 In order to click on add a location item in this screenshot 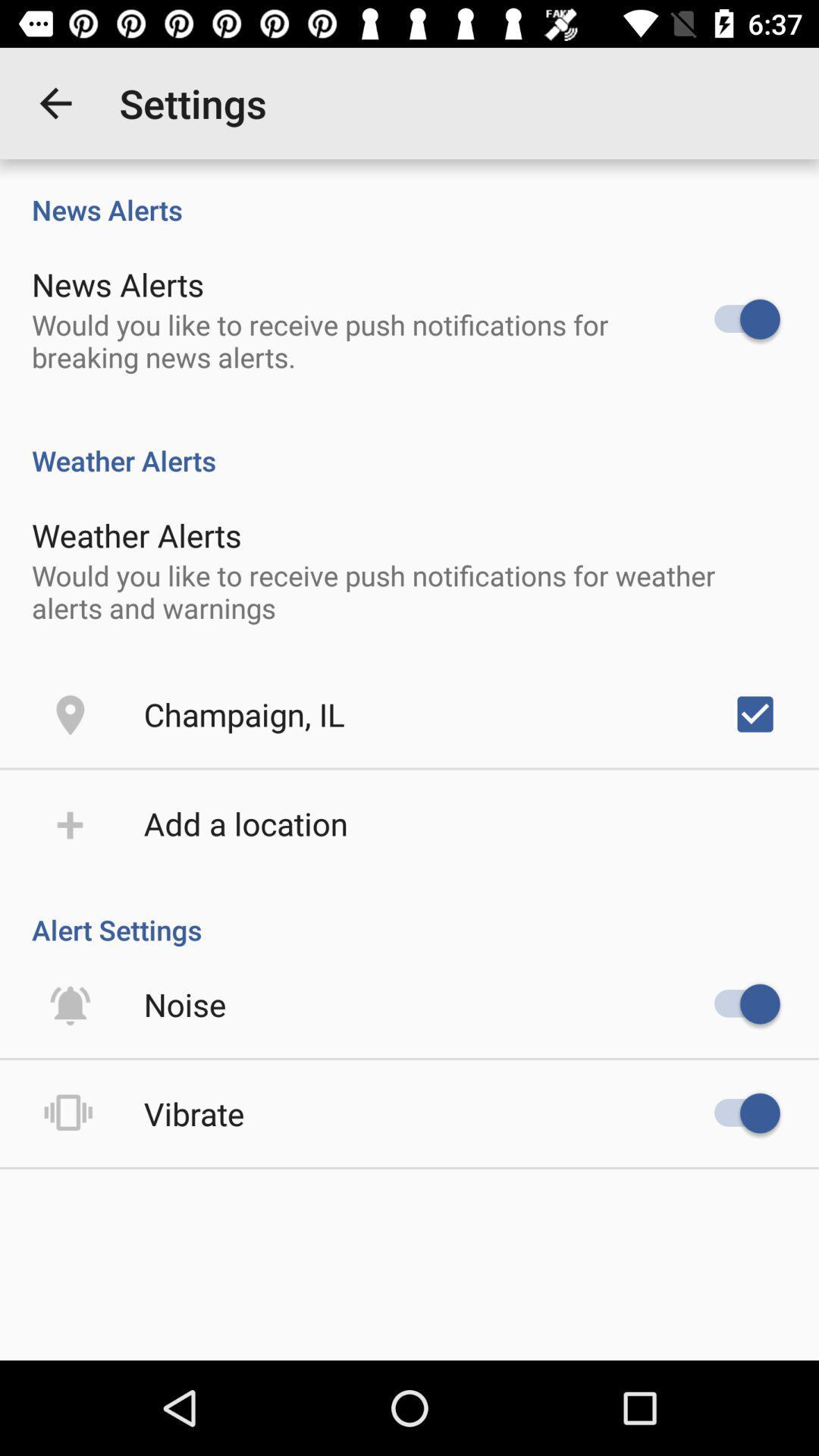, I will do `click(245, 822)`.